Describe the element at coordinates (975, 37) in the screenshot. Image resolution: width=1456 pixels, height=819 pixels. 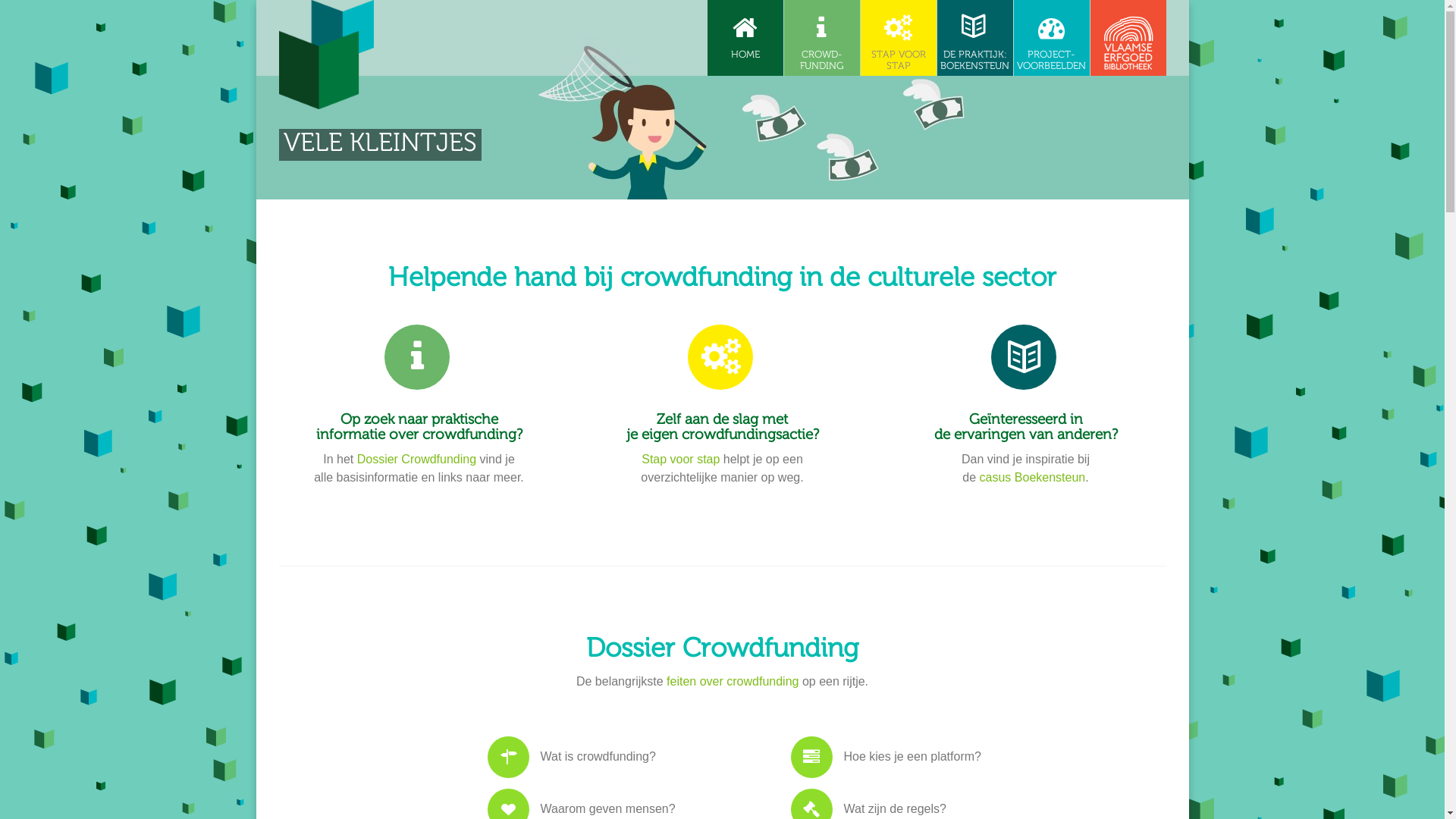
I see `'DE PRAKTIJK: BOEKENSTEUN'` at that location.